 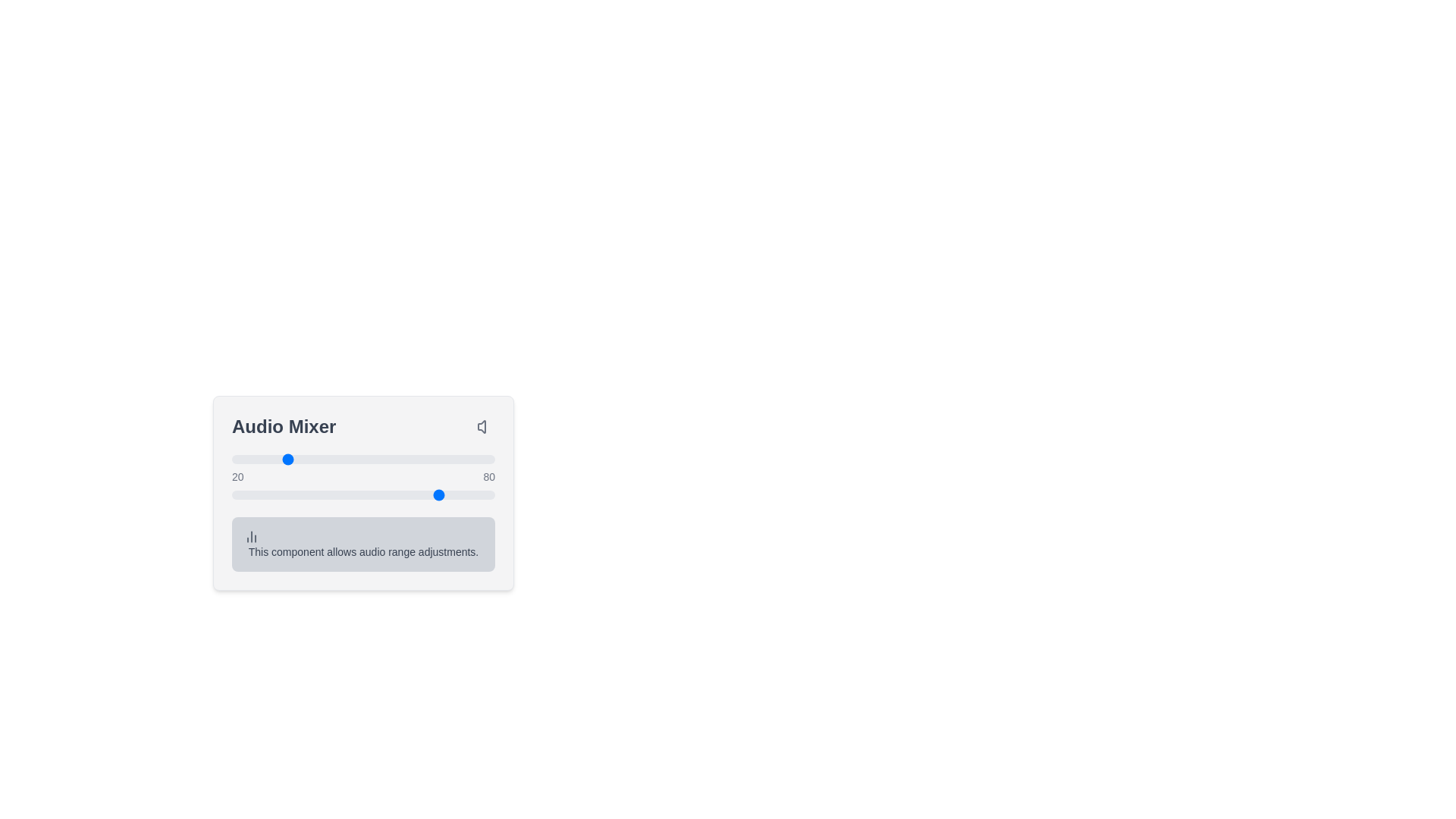 What do you see at coordinates (362, 478) in the screenshot?
I see `the numeric text label '2080' located in the 'Audio Mixer' section, which is styled in gray and positioned centrally below the top slider` at bounding box center [362, 478].